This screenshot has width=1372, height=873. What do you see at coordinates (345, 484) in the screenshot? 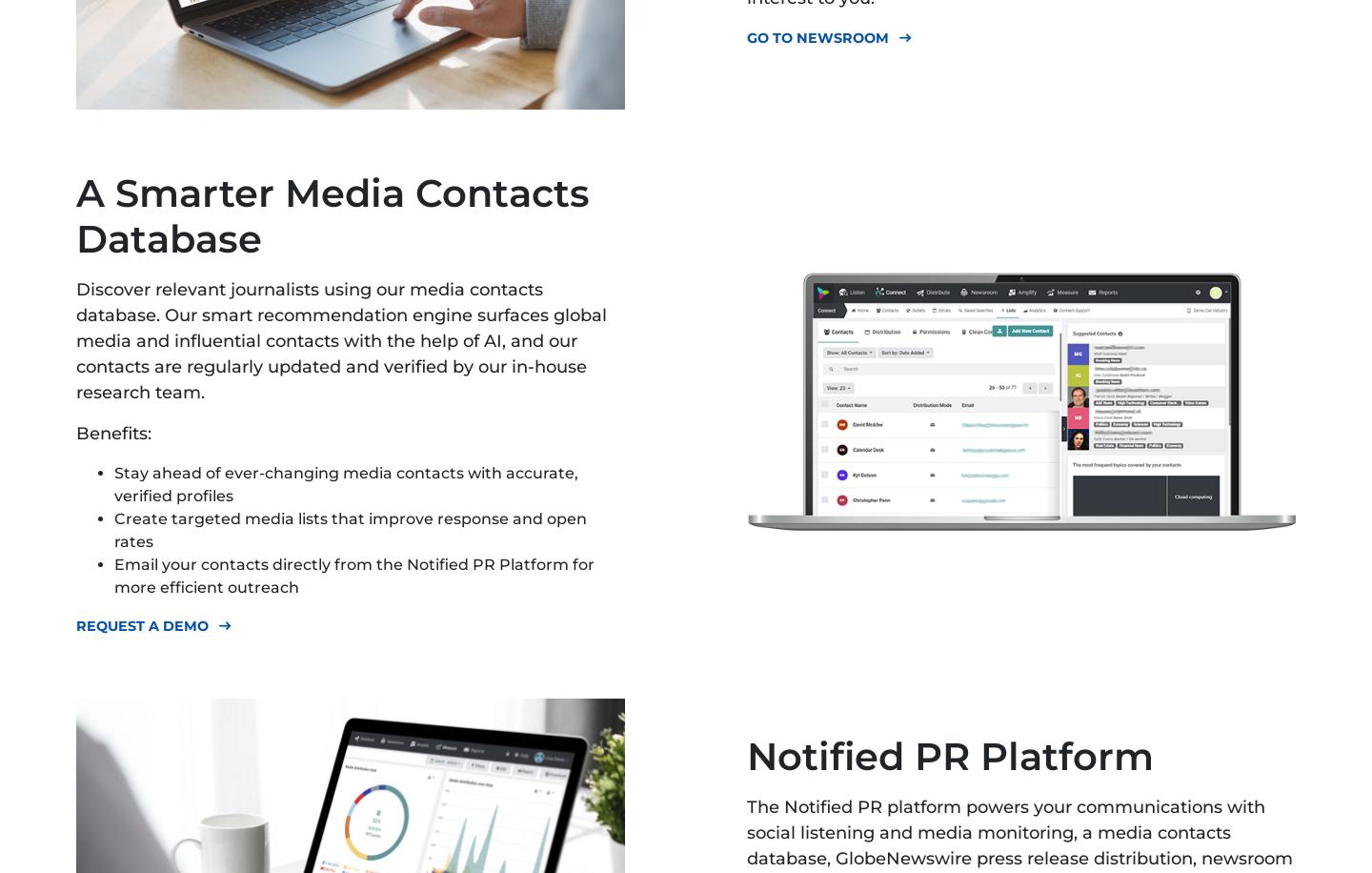
I see `'Stay ahead of ever-changing media contacts with accurate, verified profiles'` at bounding box center [345, 484].